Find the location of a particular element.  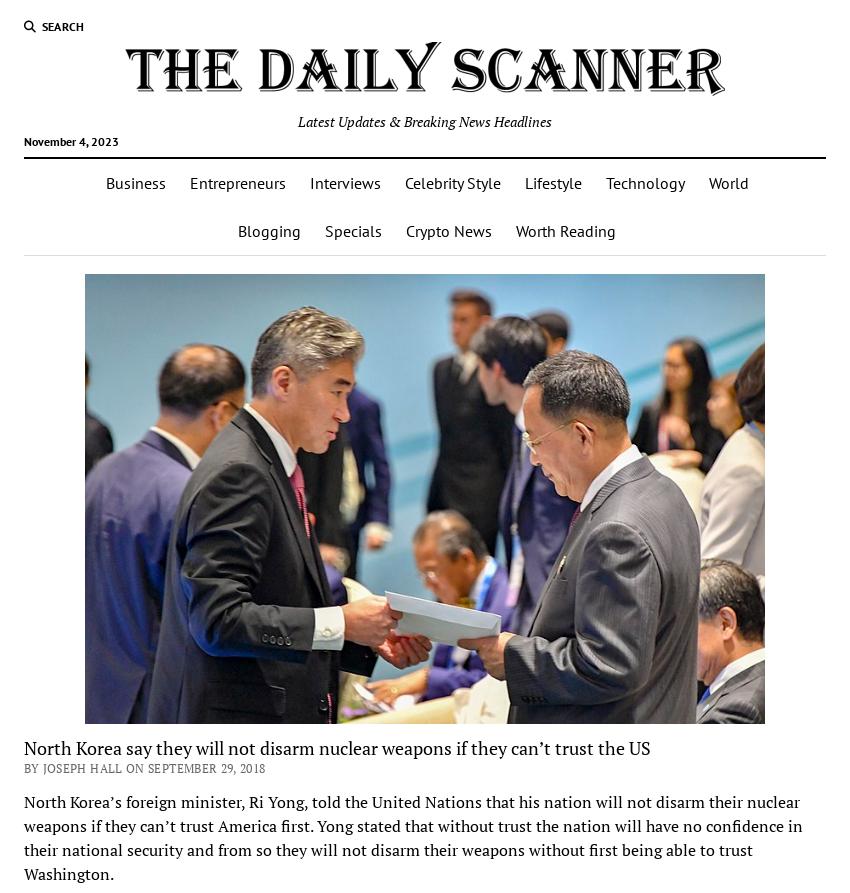

'Business' is located at coordinates (134, 180).